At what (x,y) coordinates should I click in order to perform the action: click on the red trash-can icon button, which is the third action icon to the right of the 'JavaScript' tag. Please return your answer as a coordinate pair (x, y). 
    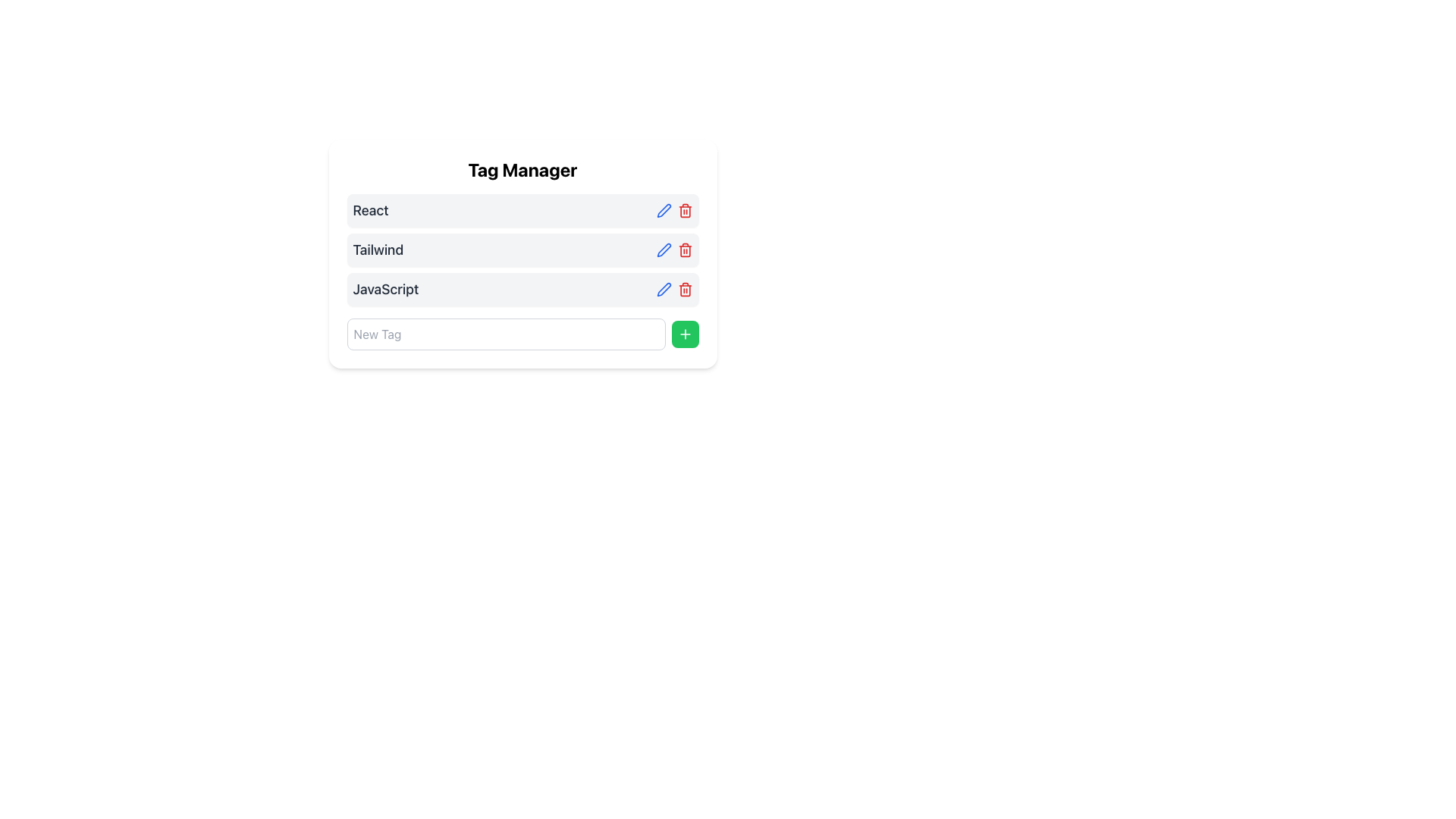
    Looking at the image, I should click on (684, 289).